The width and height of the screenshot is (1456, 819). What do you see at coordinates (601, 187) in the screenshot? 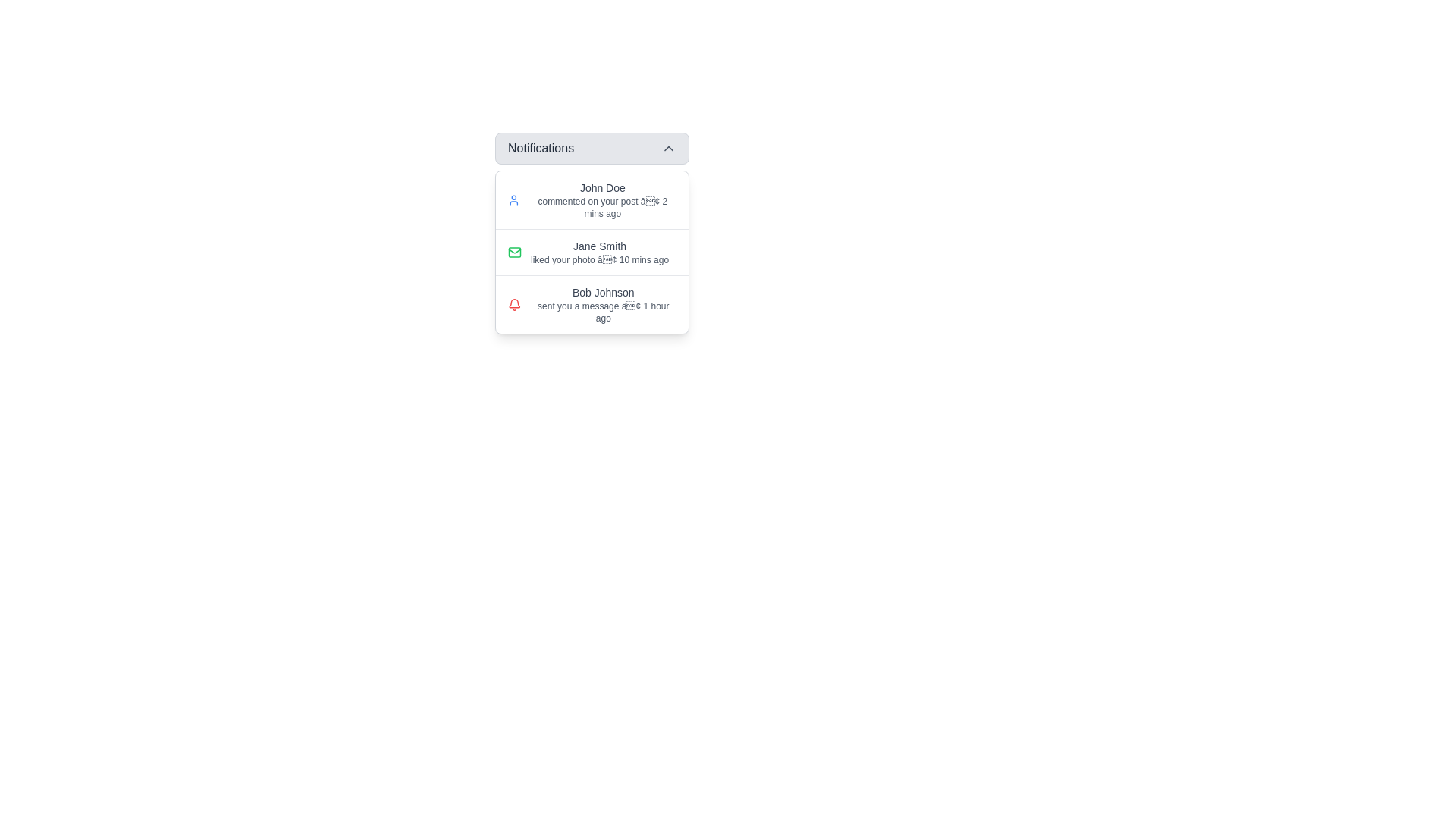
I see `the text label identifying 'John Doe' in the notification dropdown, which is the first line of text in the notification message` at bounding box center [601, 187].